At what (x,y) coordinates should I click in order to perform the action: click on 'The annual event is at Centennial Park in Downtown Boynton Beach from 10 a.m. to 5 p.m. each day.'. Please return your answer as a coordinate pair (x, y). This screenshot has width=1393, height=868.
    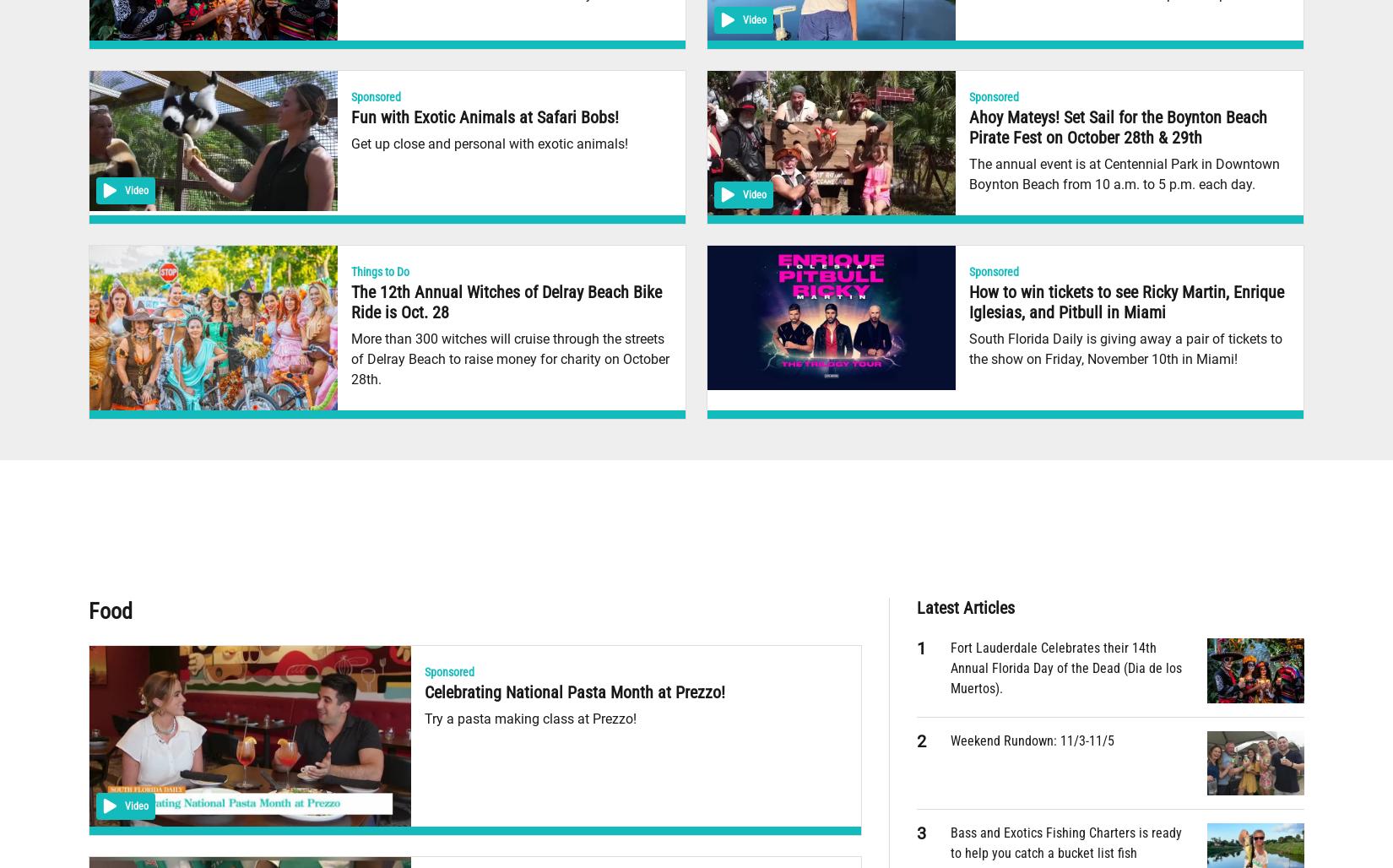
    Looking at the image, I should click on (969, 173).